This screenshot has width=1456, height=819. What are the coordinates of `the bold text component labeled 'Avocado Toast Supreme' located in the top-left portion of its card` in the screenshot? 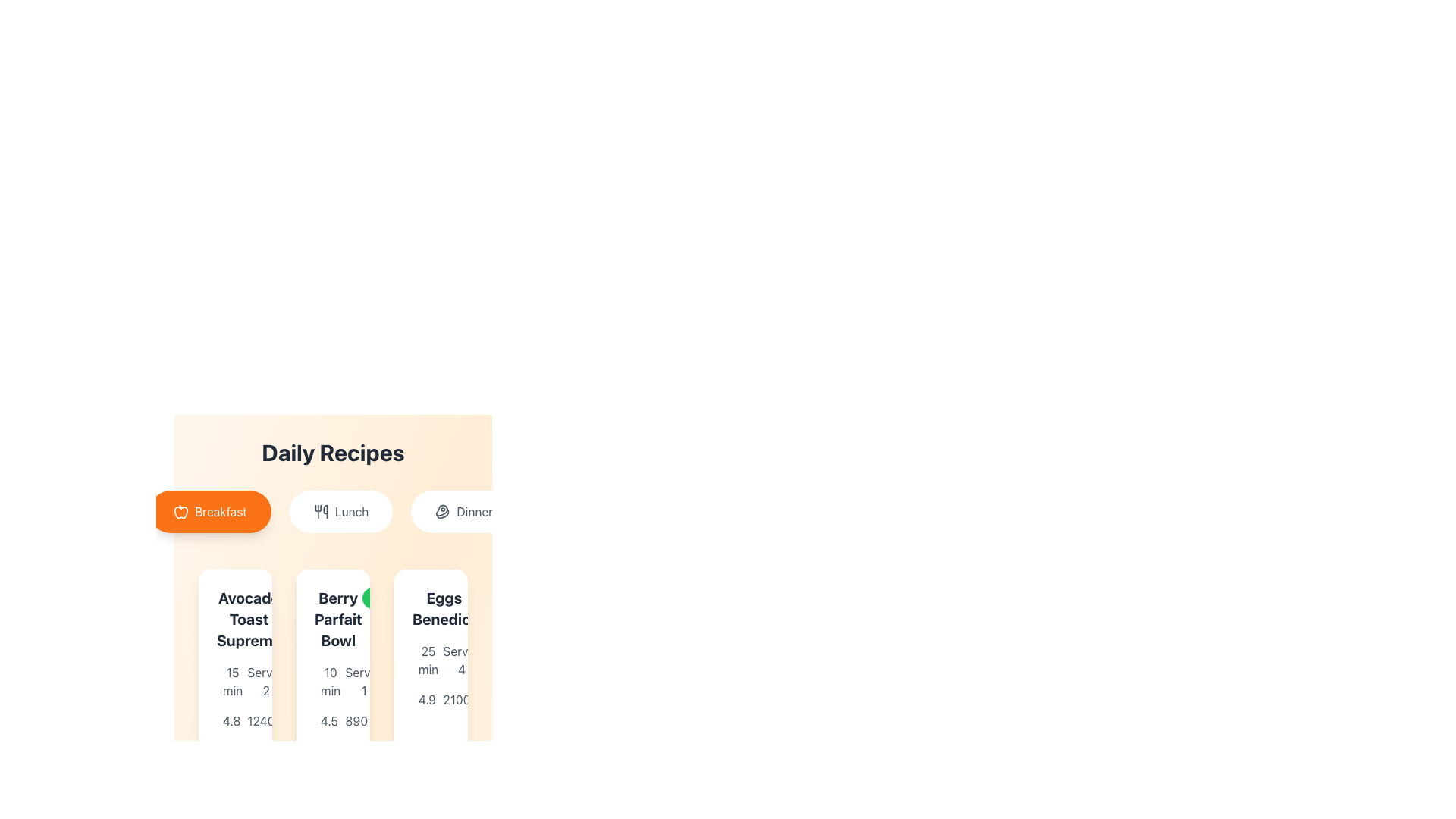 It's located at (249, 620).